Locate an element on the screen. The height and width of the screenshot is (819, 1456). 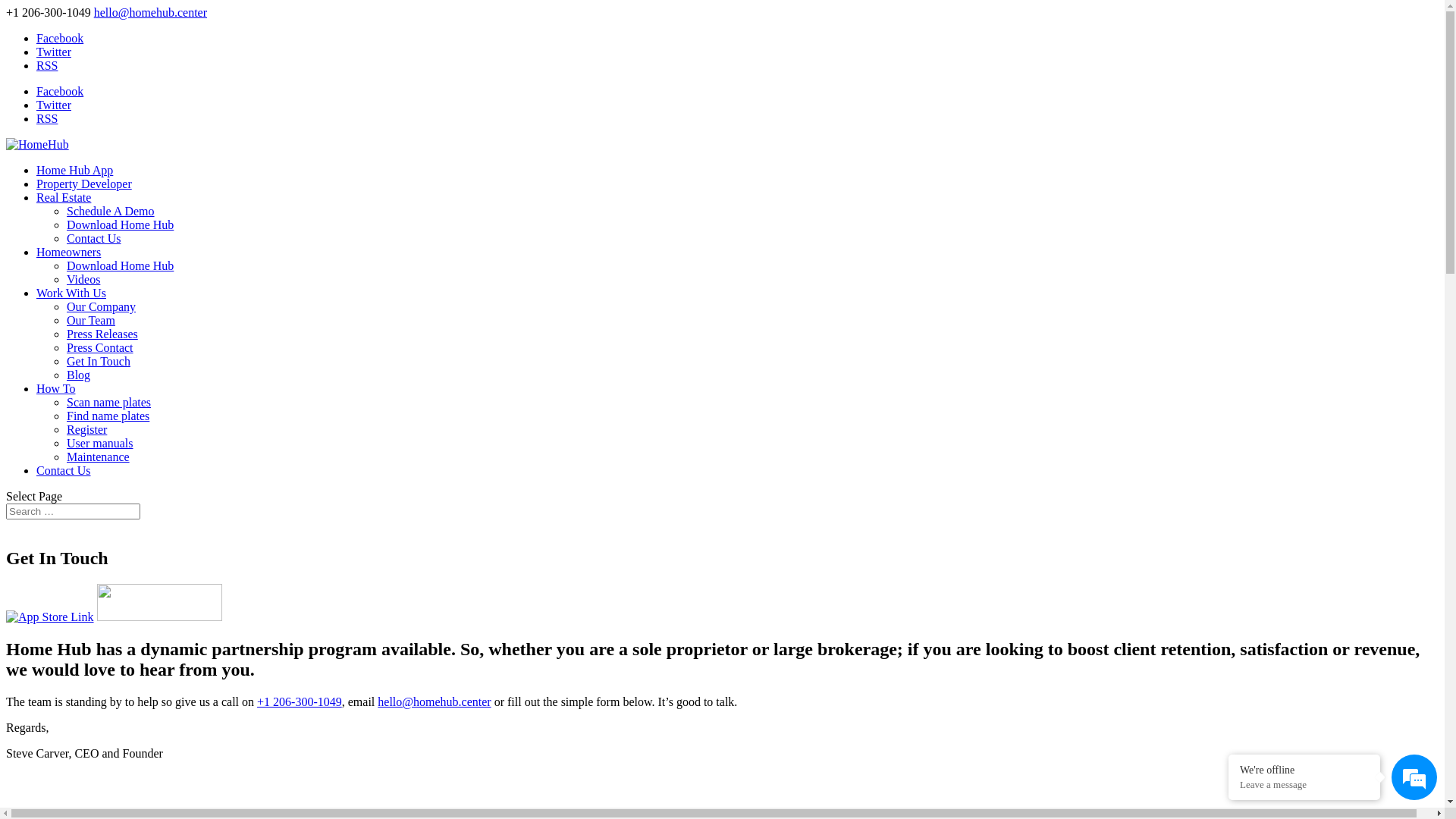
'Homeowners' is located at coordinates (67, 251).